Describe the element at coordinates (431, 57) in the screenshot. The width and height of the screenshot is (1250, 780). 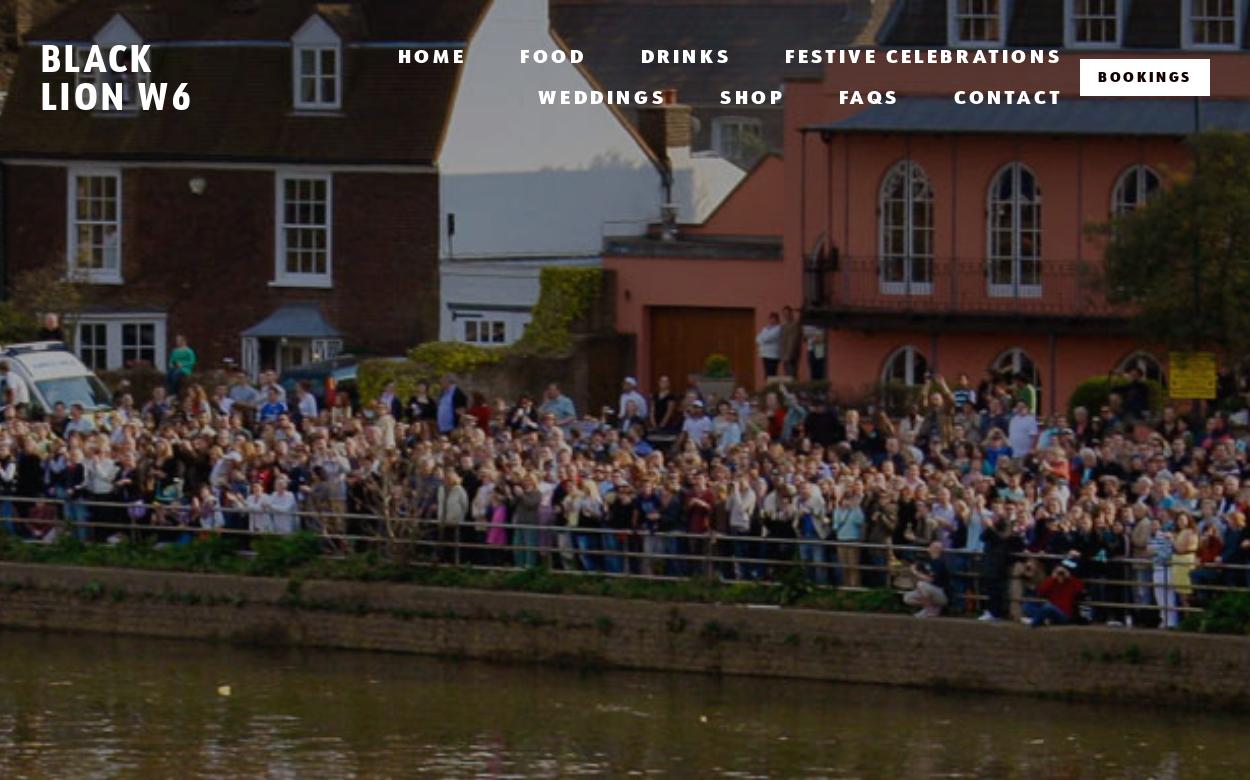
I see `'Home'` at that location.